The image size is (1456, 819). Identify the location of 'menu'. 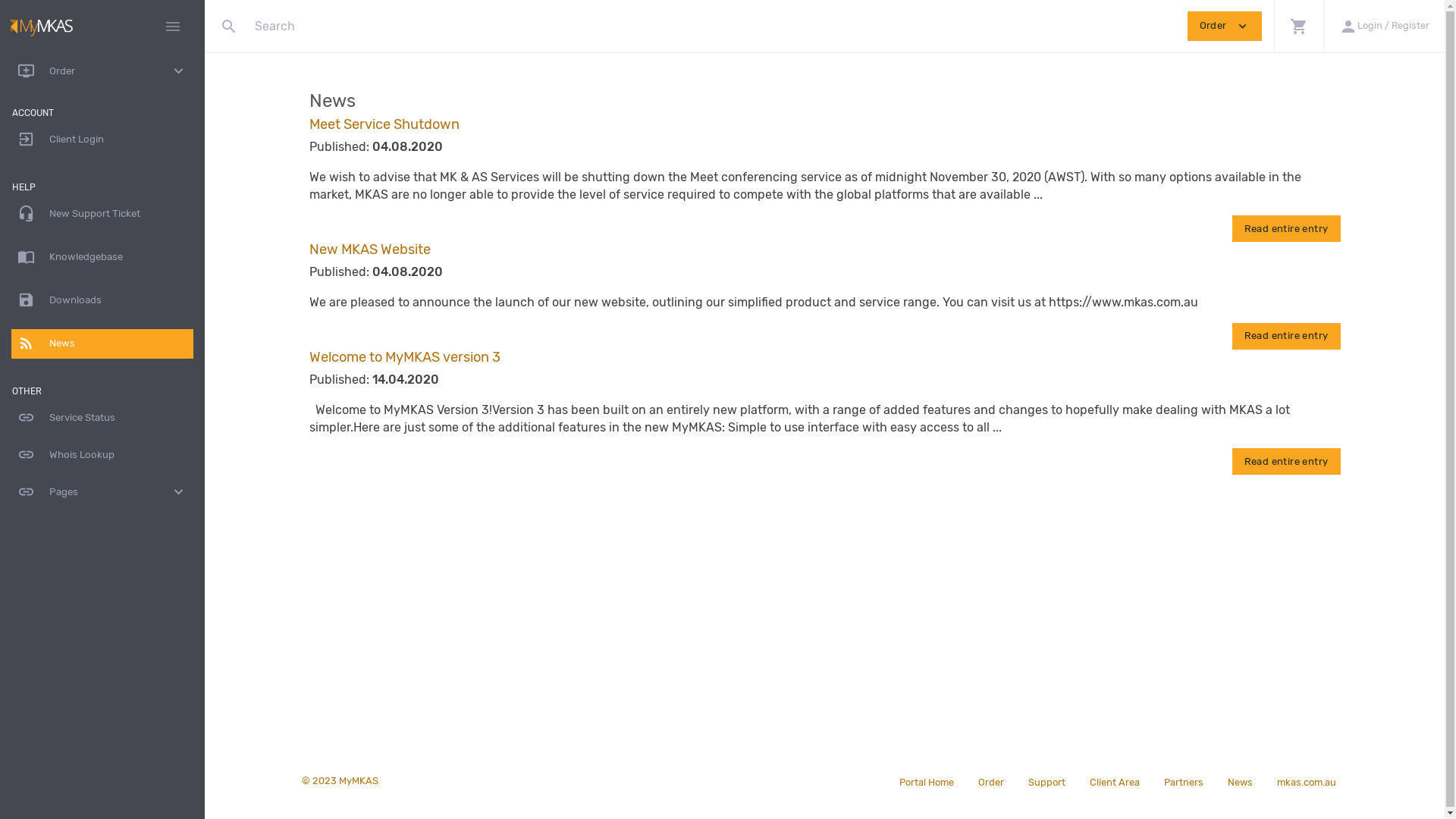
(173, 26).